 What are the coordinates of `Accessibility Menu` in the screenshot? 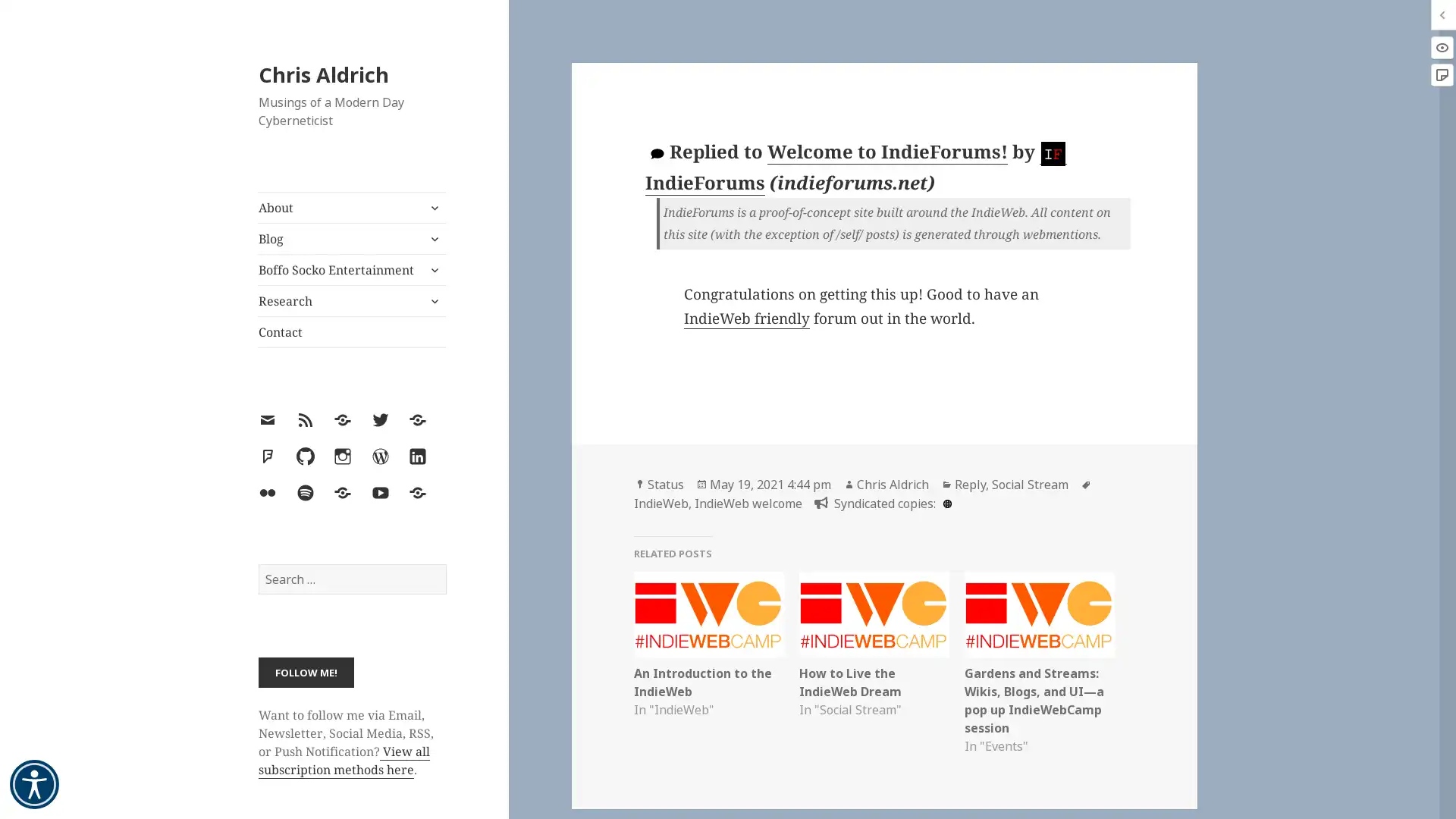 It's located at (34, 784).